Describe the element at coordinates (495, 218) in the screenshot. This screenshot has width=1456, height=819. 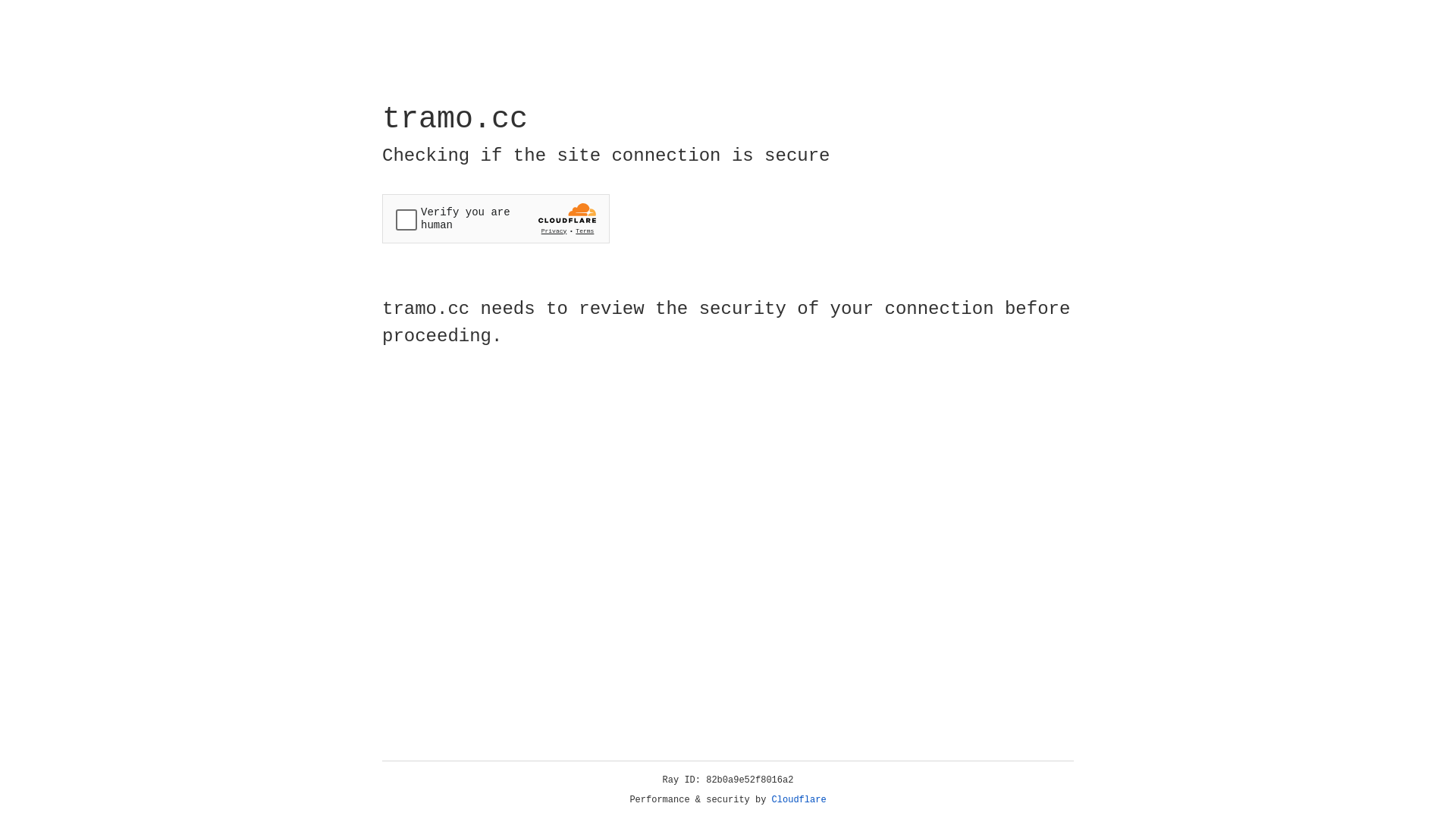
I see `'Widget containing a Cloudflare security challenge'` at that location.